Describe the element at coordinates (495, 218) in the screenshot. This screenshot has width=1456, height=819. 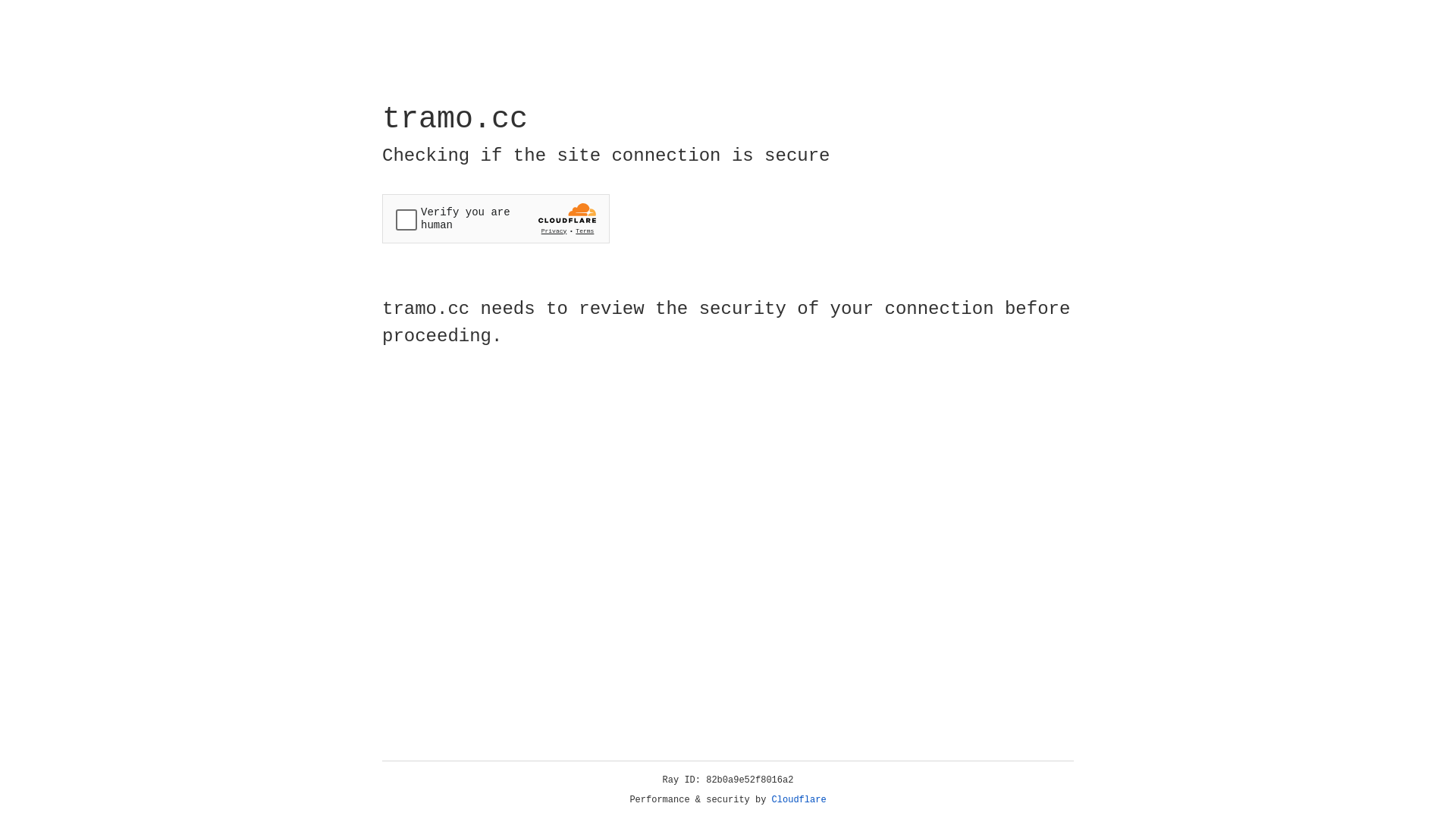
I see `'Widget containing a Cloudflare security challenge'` at that location.